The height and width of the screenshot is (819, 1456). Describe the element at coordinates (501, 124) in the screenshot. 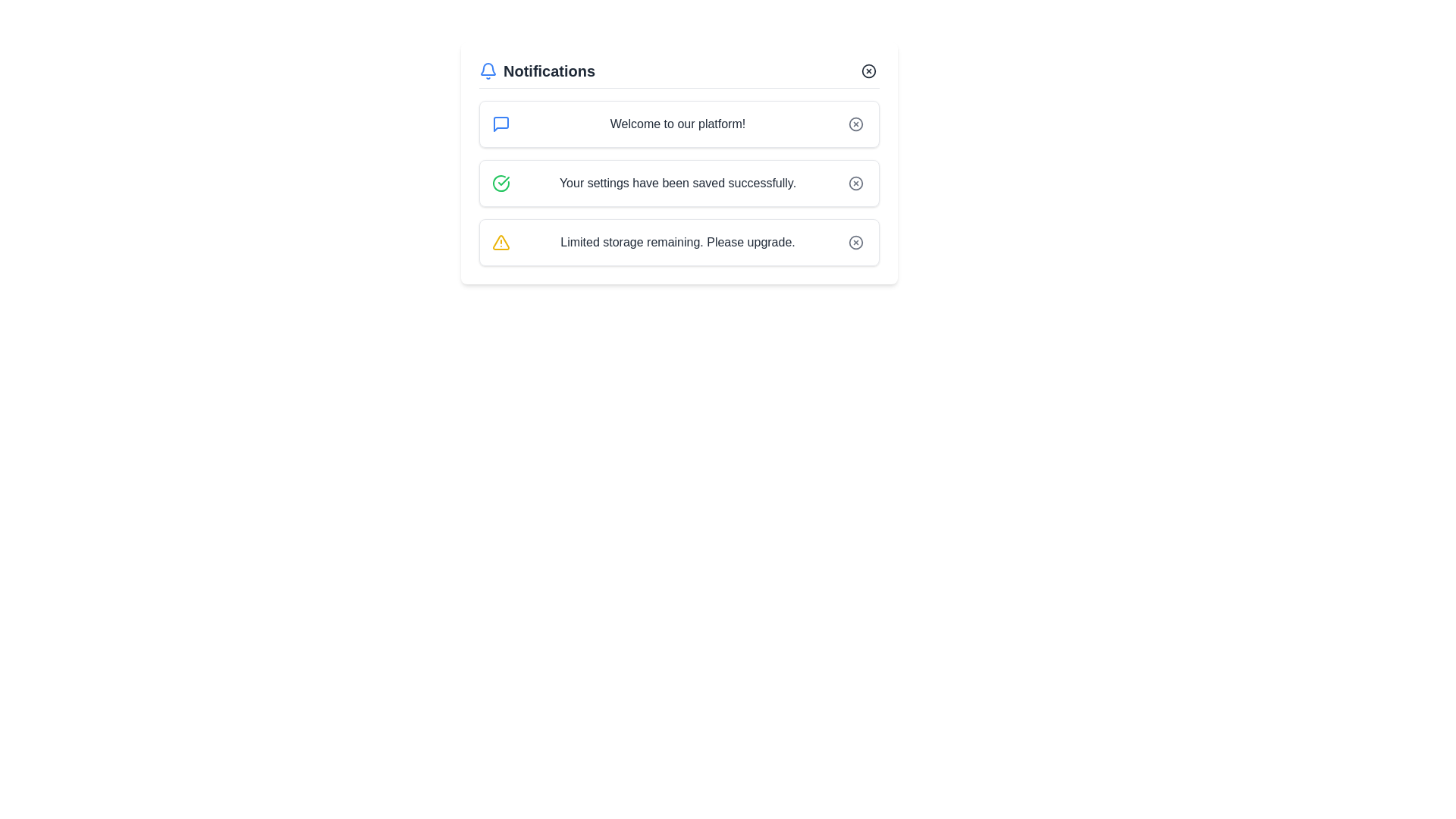

I see `the blue speech bubble icon, which is the first icon in a horizontal arrangement within the notification card that contains the text 'Welcome to our platform!'` at that location.